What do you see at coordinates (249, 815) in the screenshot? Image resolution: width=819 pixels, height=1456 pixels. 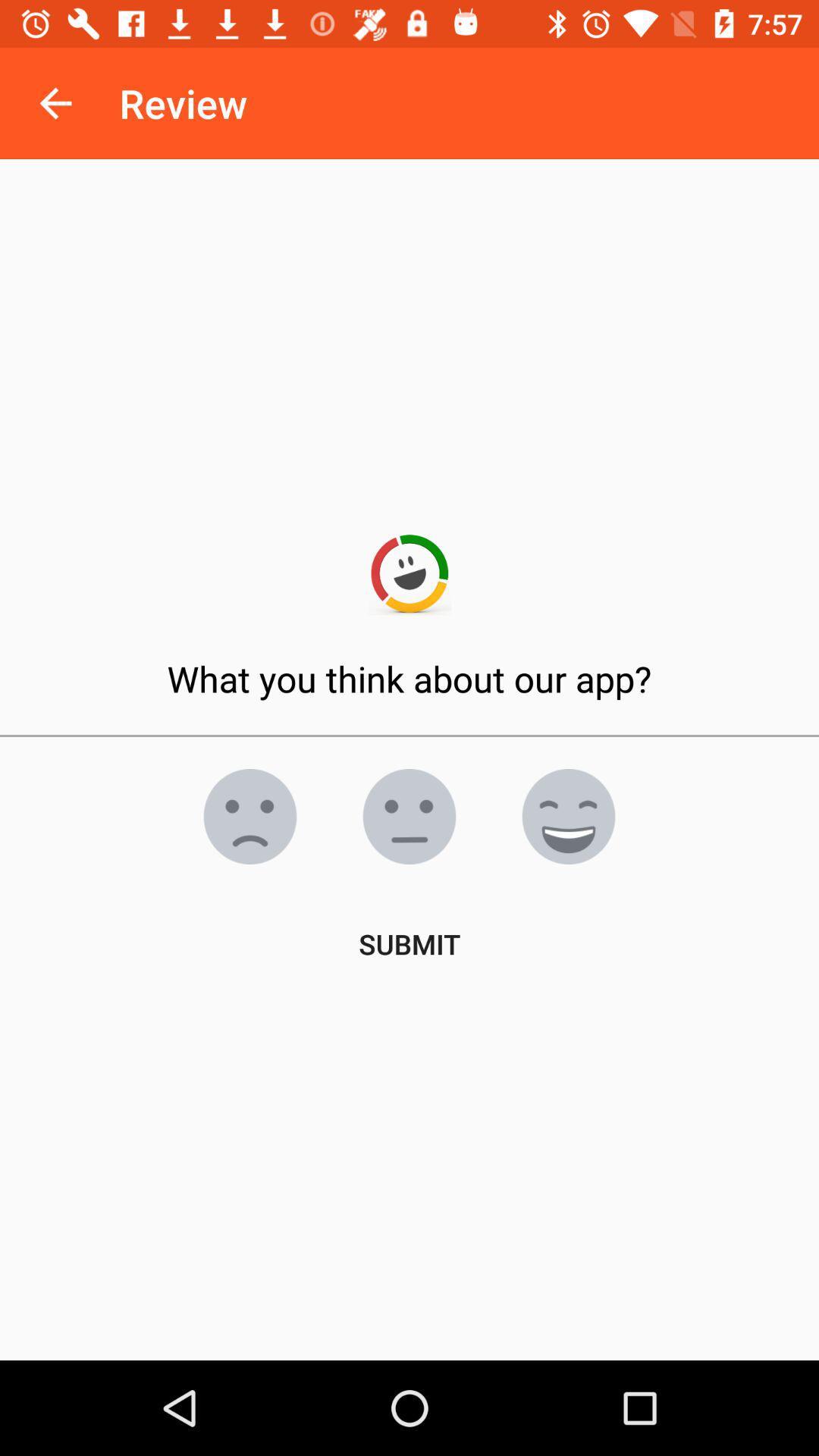 I see `give an opinion` at bounding box center [249, 815].